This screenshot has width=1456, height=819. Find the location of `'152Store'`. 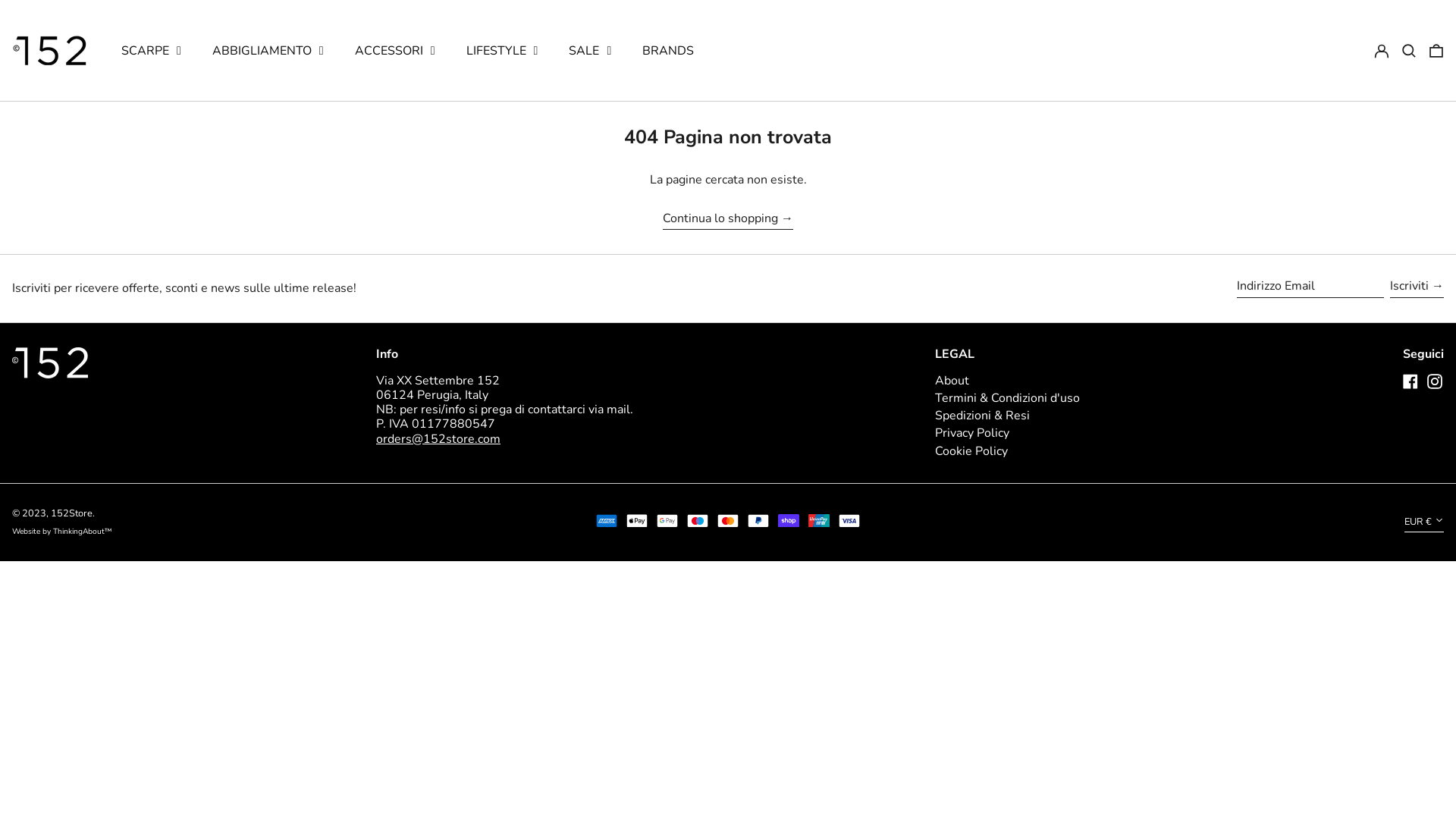

'152Store' is located at coordinates (51, 513).